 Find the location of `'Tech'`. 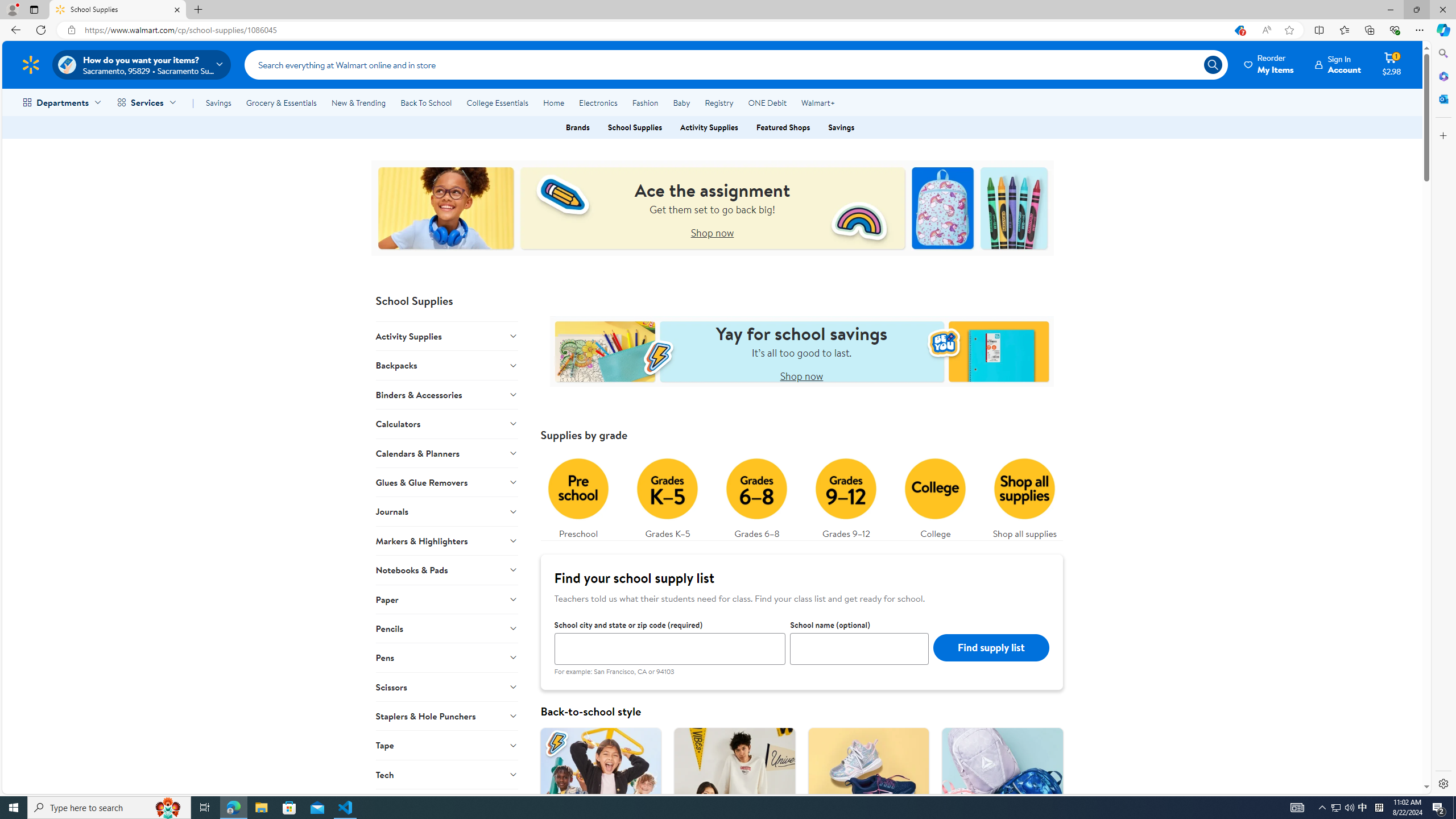

'Tech' is located at coordinates (446, 773).